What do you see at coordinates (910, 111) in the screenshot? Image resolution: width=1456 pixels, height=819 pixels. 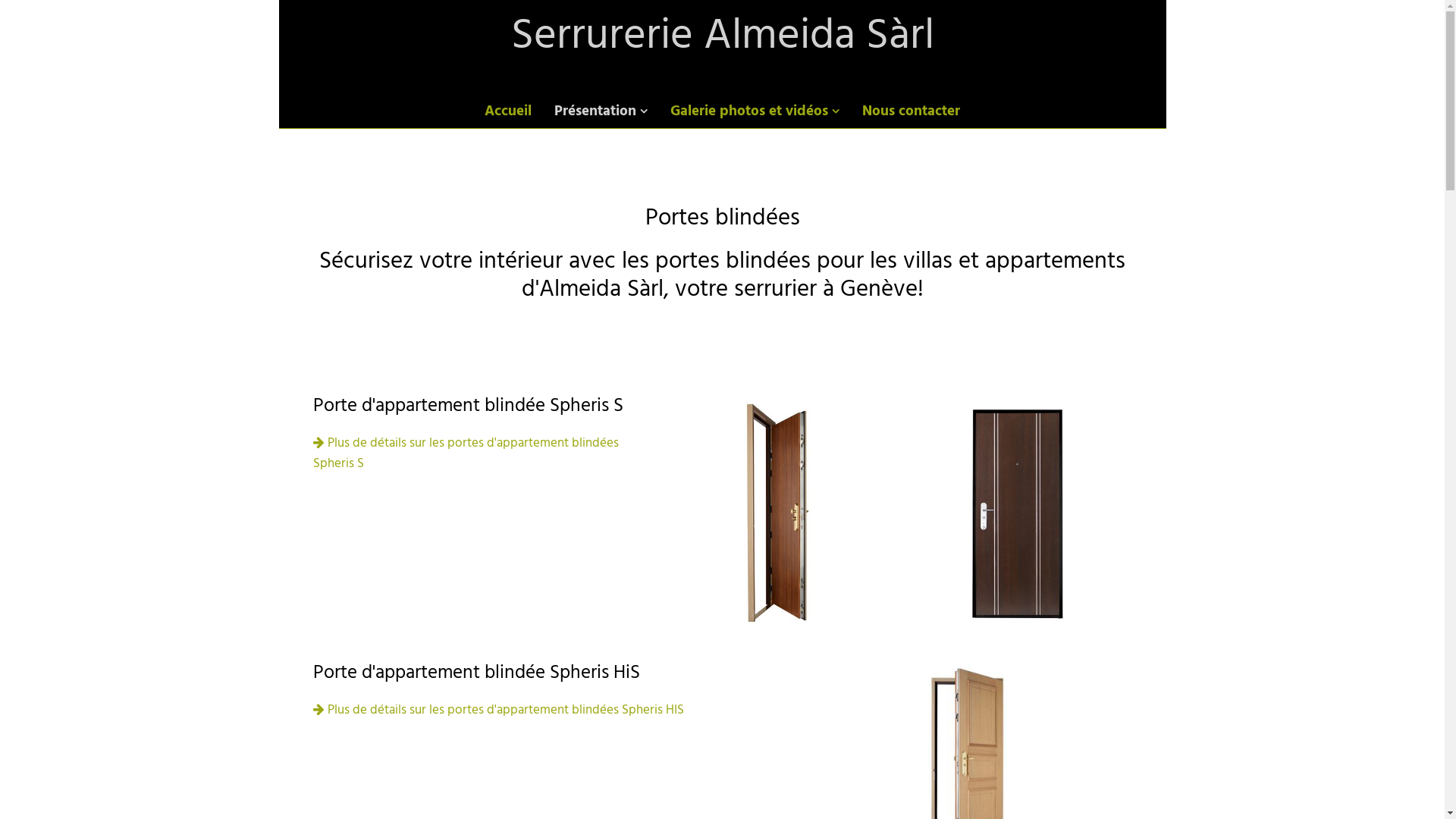 I see `'Nous contacter'` at bounding box center [910, 111].